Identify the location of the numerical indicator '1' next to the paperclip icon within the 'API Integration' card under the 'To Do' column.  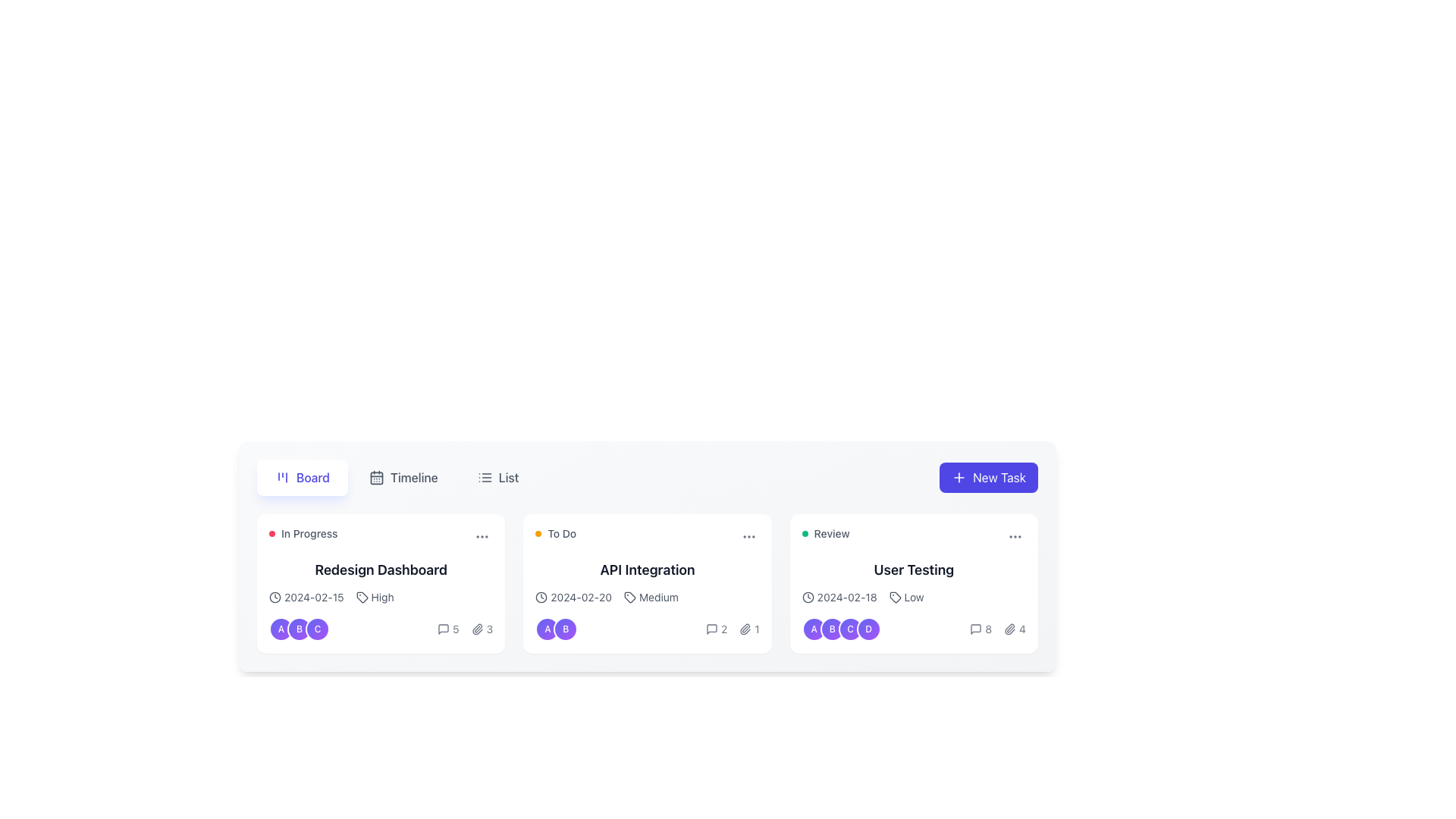
(749, 629).